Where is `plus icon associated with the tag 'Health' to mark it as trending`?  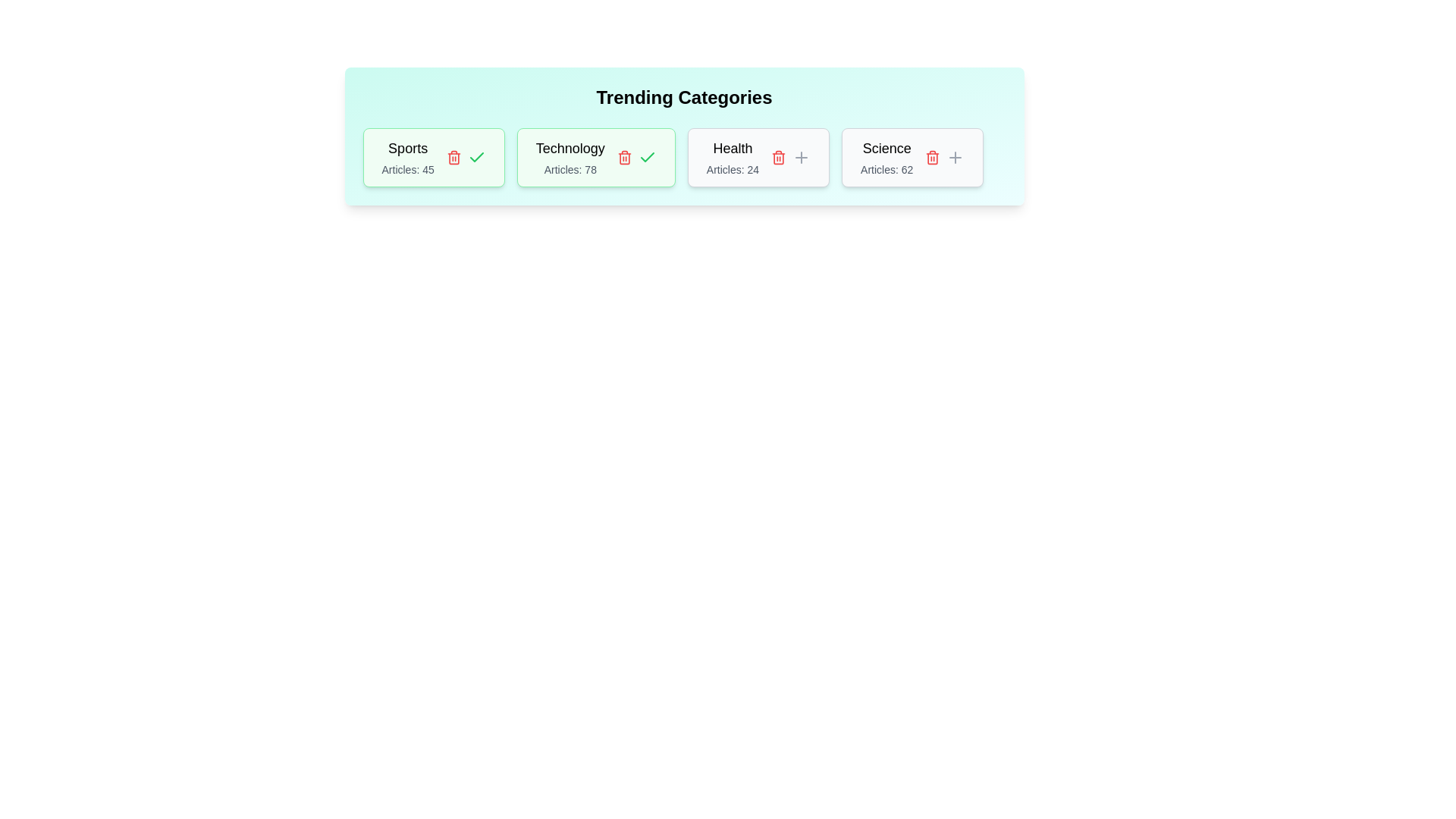 plus icon associated with the tag 'Health' to mark it as trending is located at coordinates (801, 158).